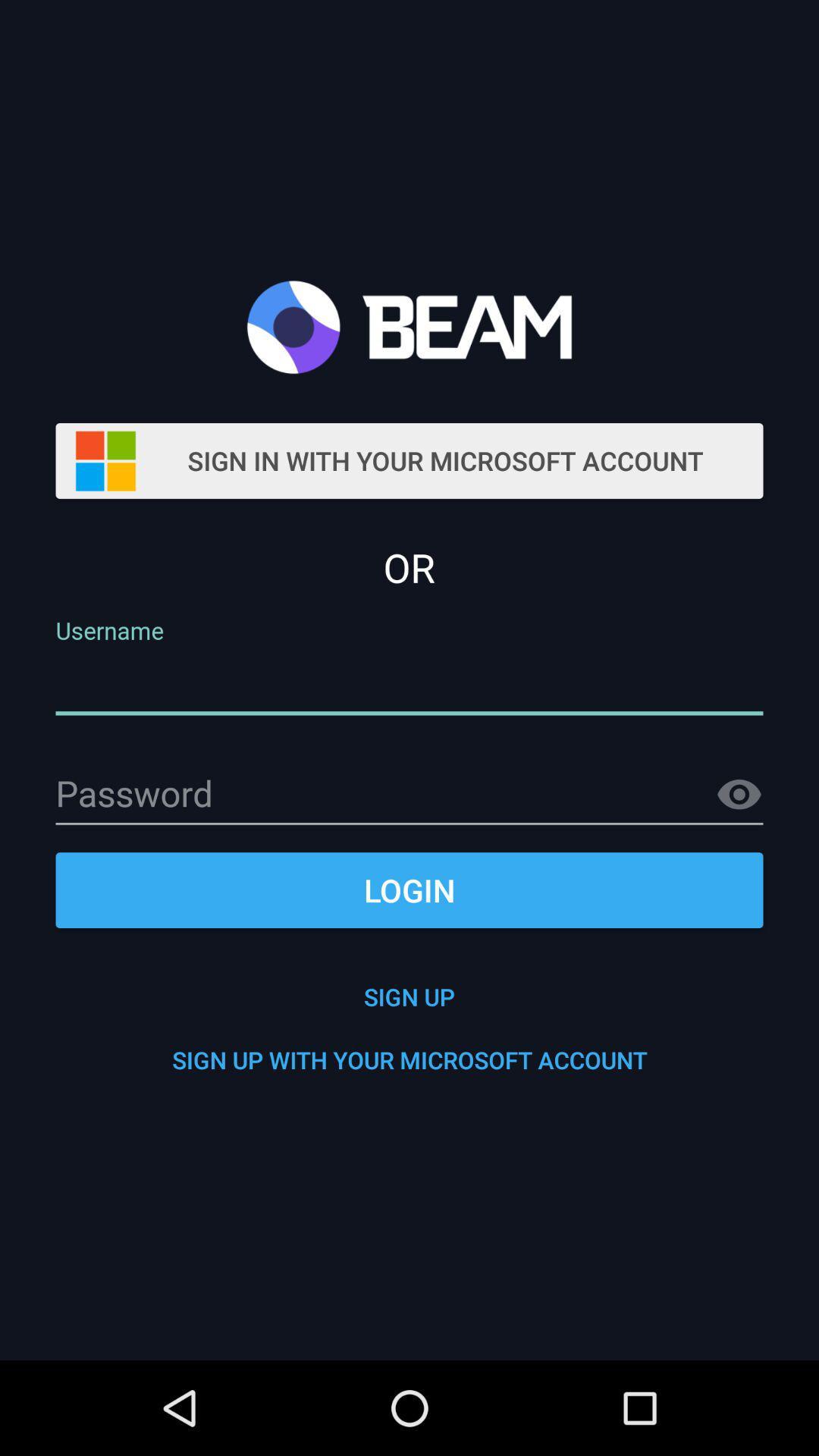  I want to click on item above login item, so click(739, 794).